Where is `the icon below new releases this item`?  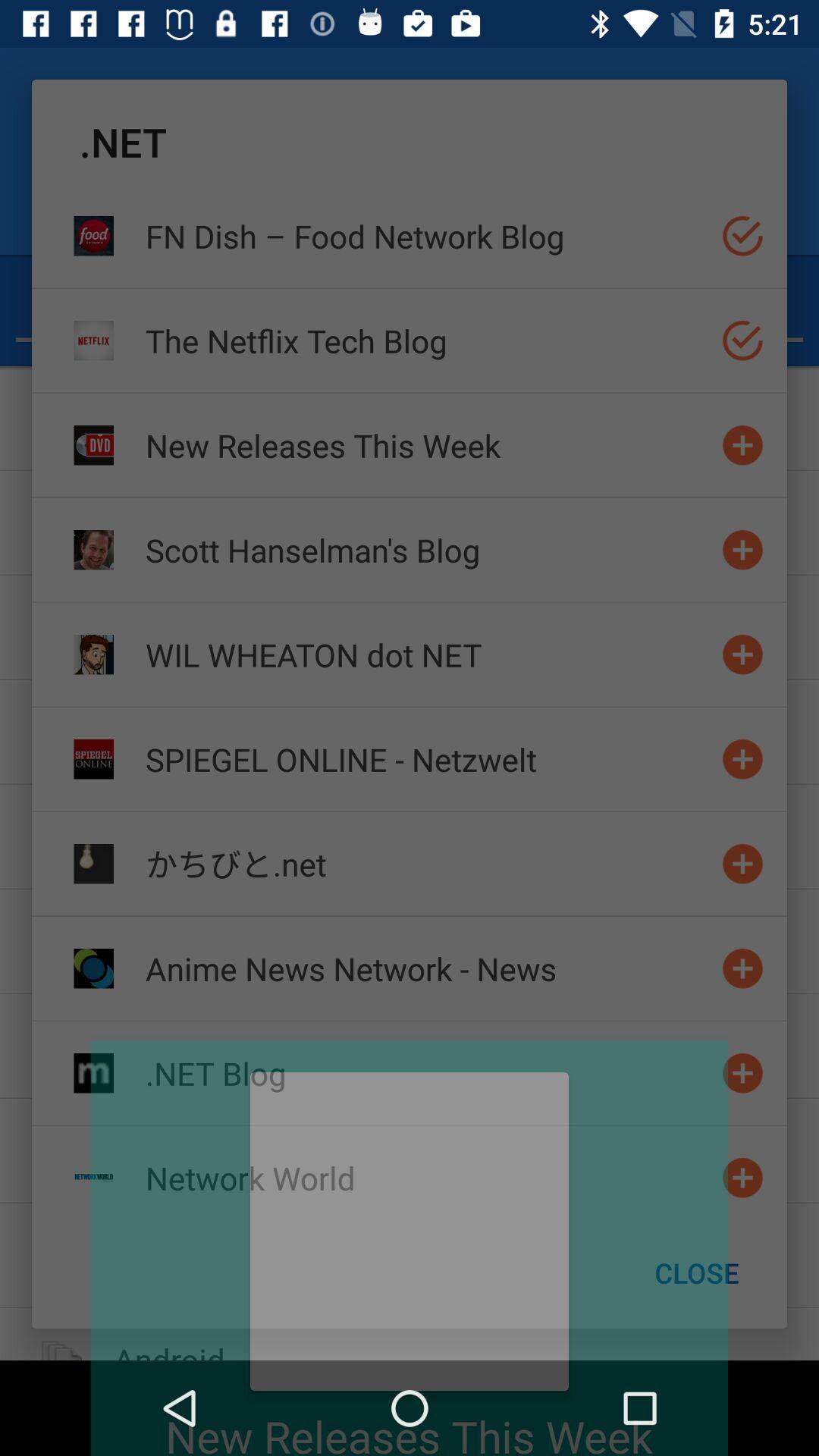 the icon below new releases this item is located at coordinates (427, 549).